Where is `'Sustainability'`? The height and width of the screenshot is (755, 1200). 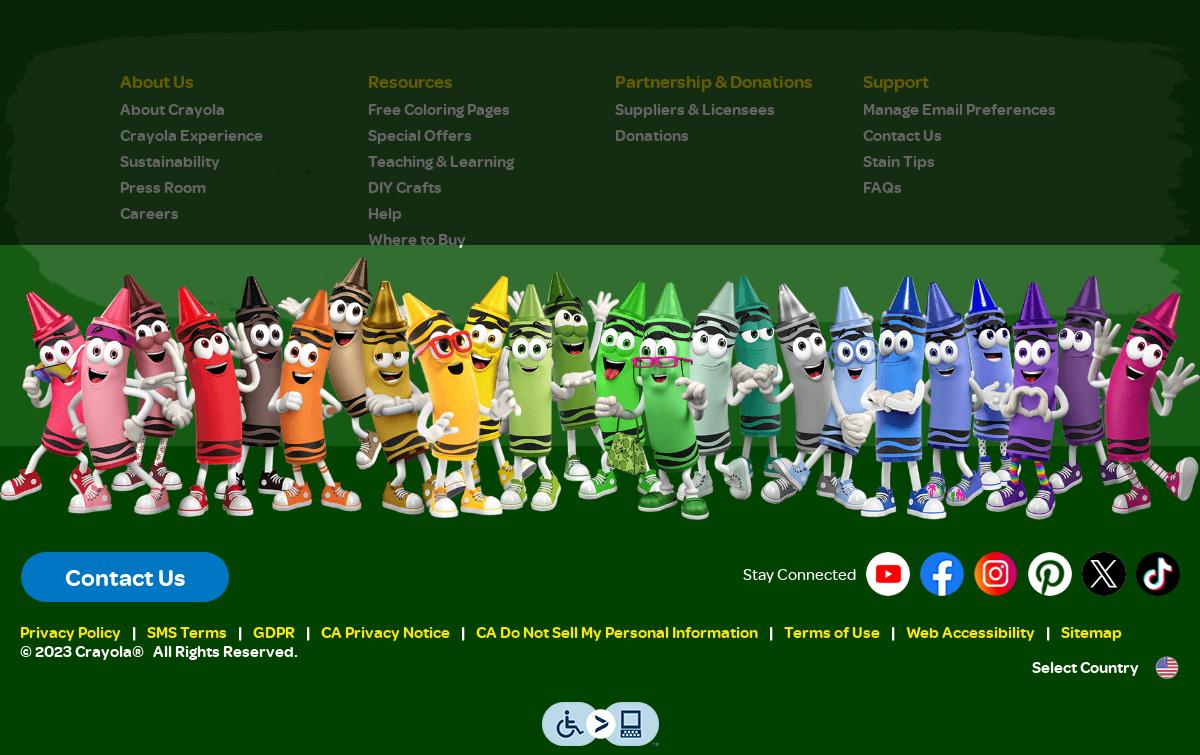 'Sustainability' is located at coordinates (169, 159).